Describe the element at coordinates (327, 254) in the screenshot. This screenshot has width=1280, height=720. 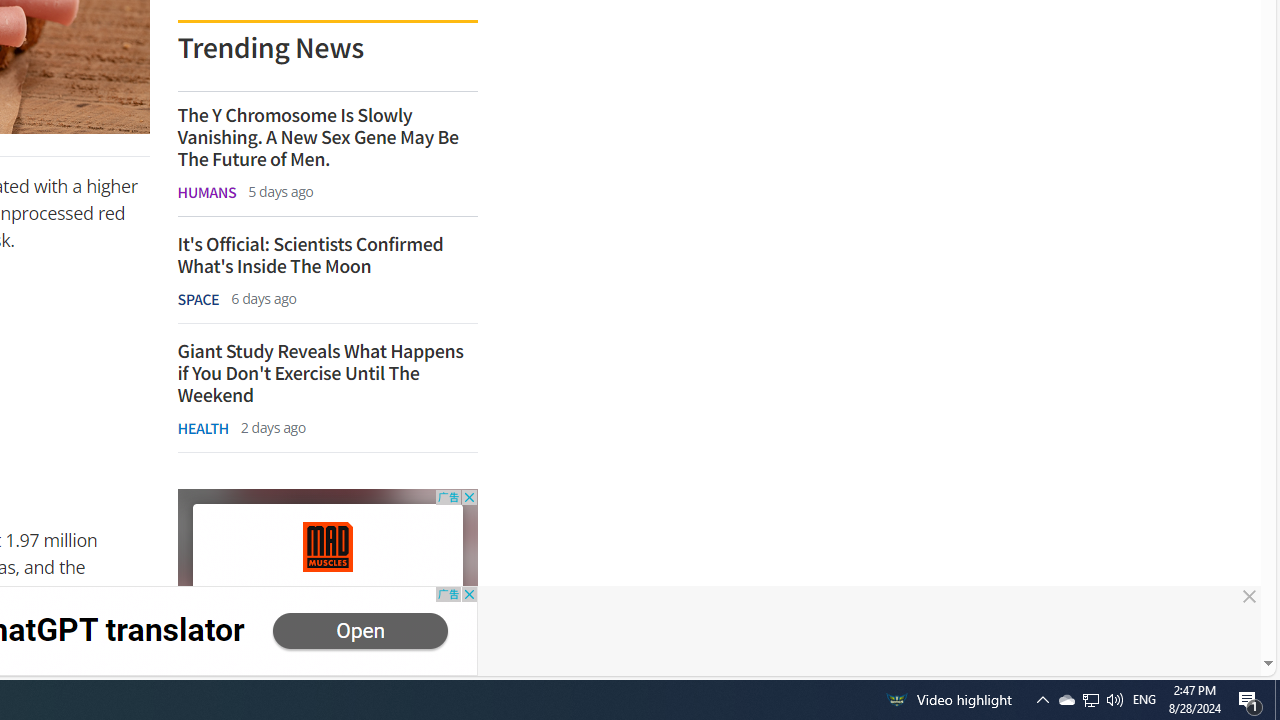
I see `'It'` at that location.